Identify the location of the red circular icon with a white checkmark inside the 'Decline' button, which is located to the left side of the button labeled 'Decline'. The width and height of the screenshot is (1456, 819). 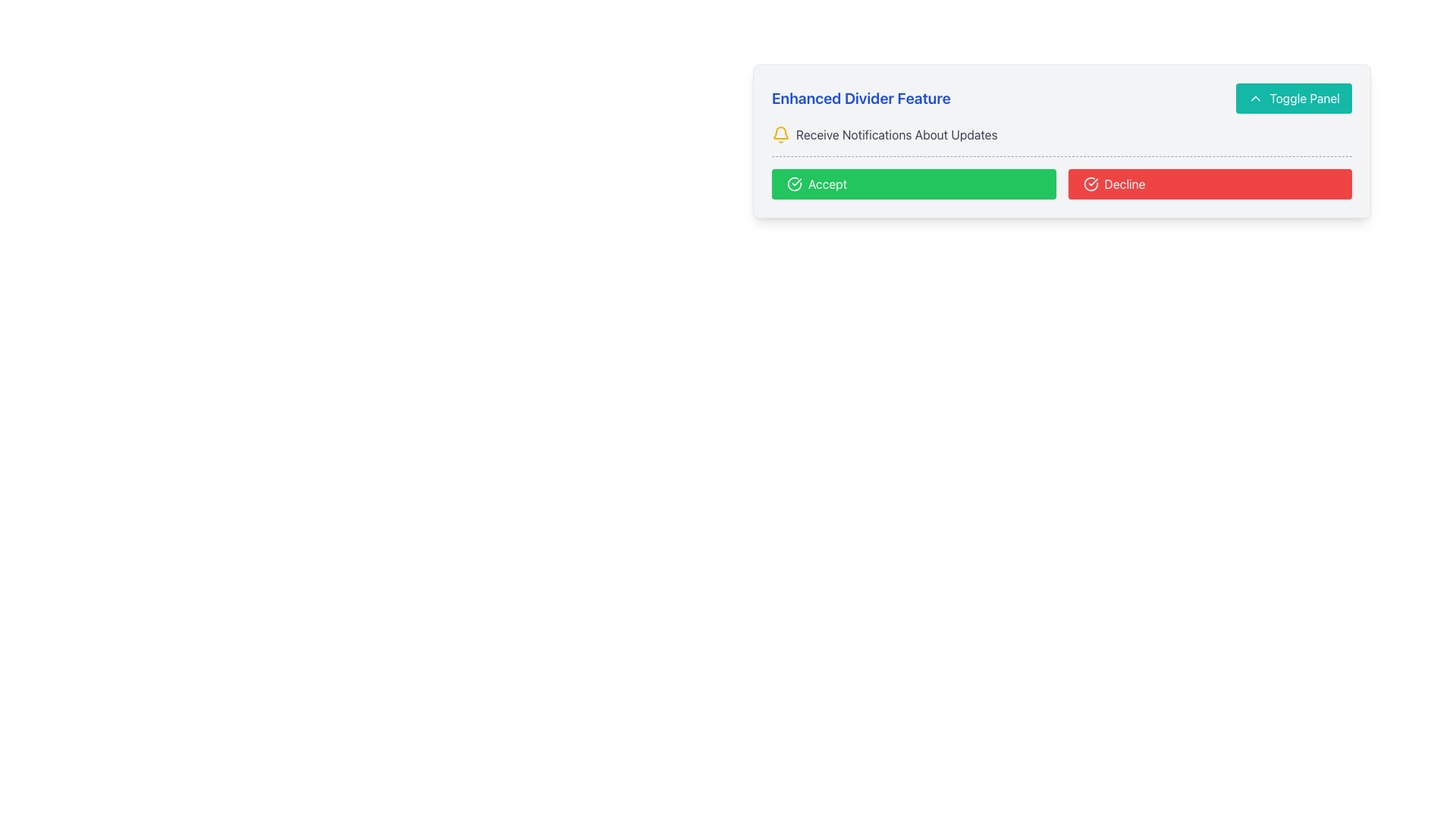
(1090, 184).